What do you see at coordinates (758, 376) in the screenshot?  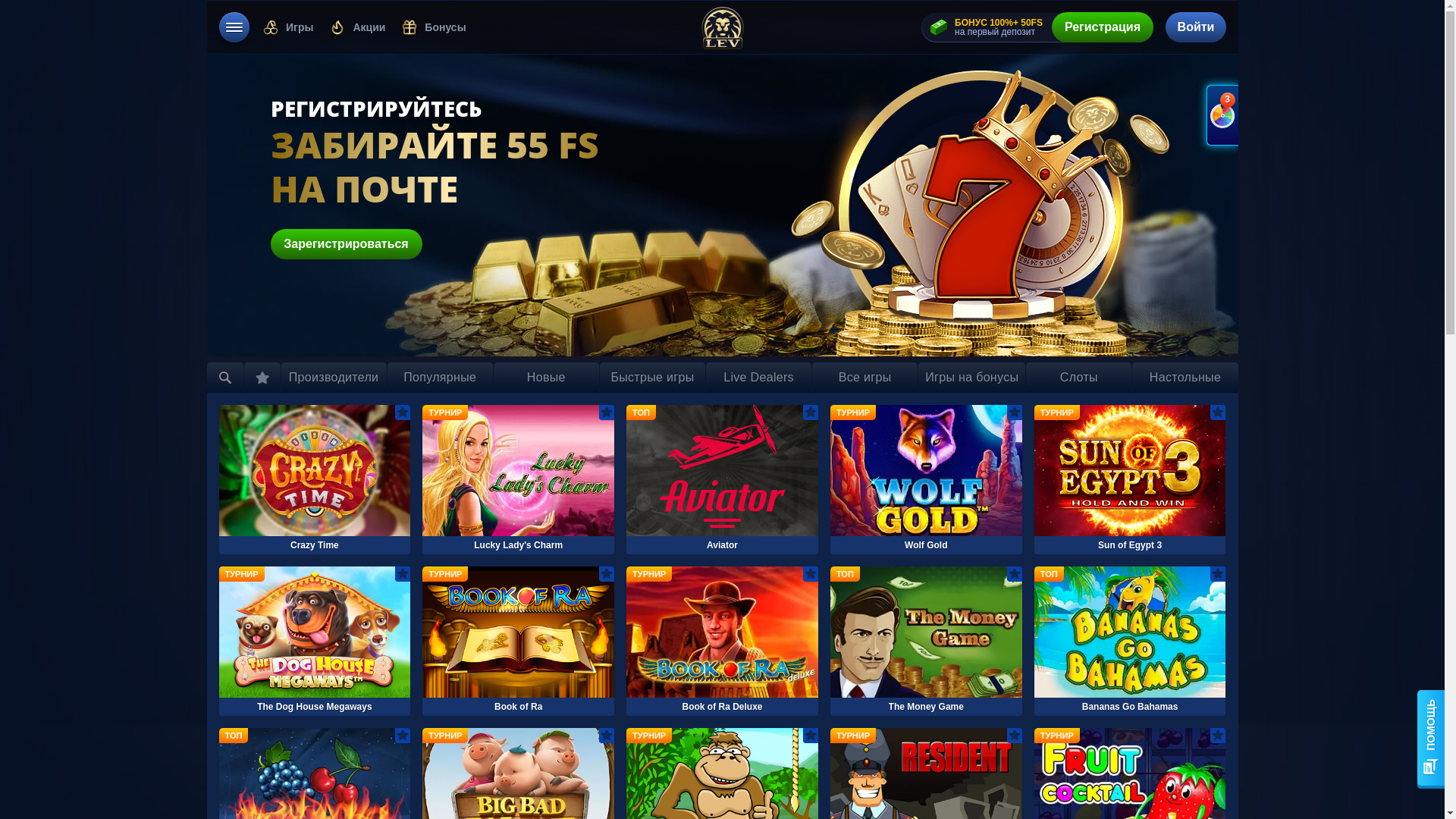 I see `'Live Dealers'` at bounding box center [758, 376].